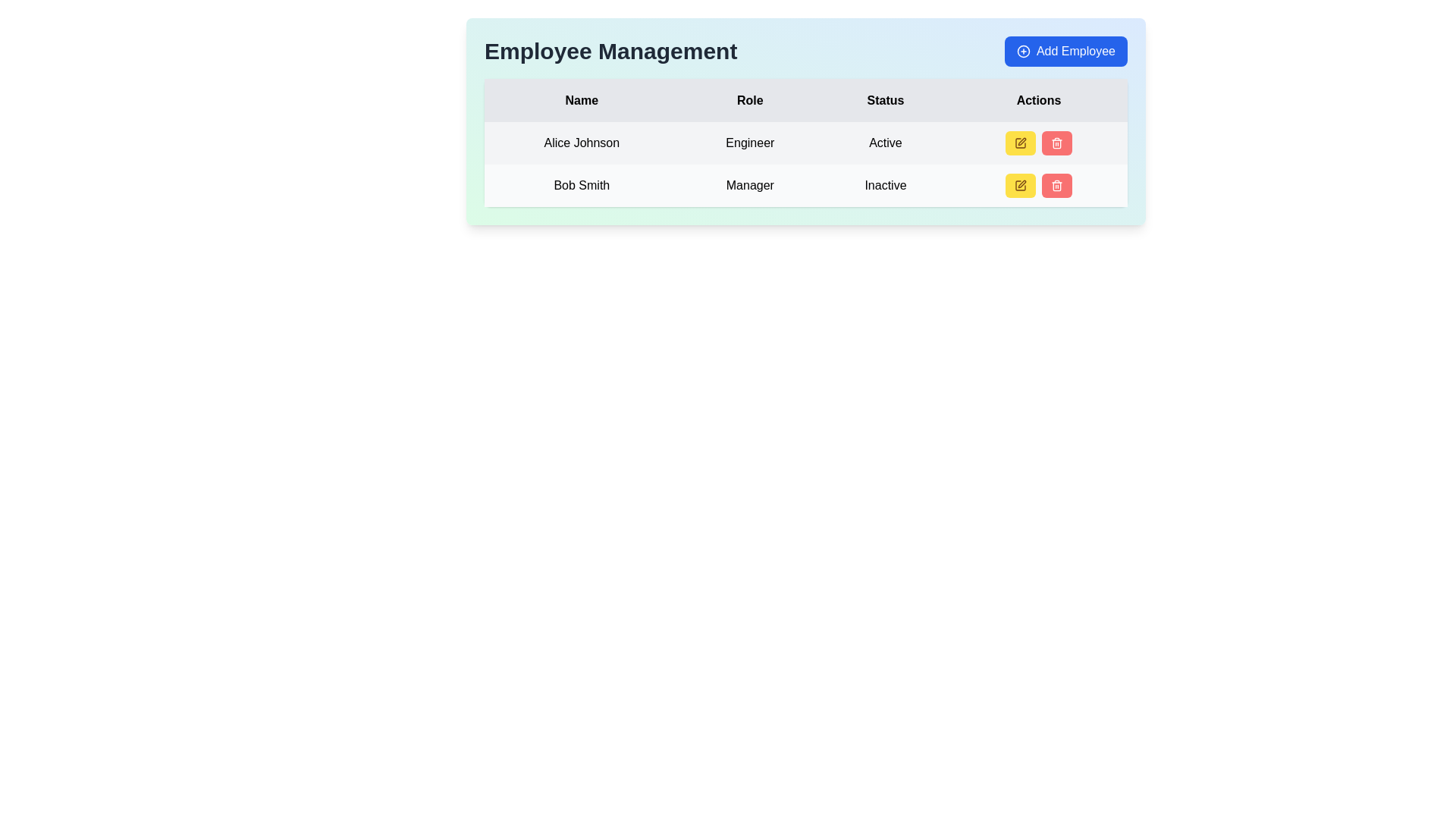  What do you see at coordinates (1037, 143) in the screenshot?
I see `the yellow 'Edit' button in the table cell associated with 'Alice Johnson' in the 'Employee Management' table` at bounding box center [1037, 143].